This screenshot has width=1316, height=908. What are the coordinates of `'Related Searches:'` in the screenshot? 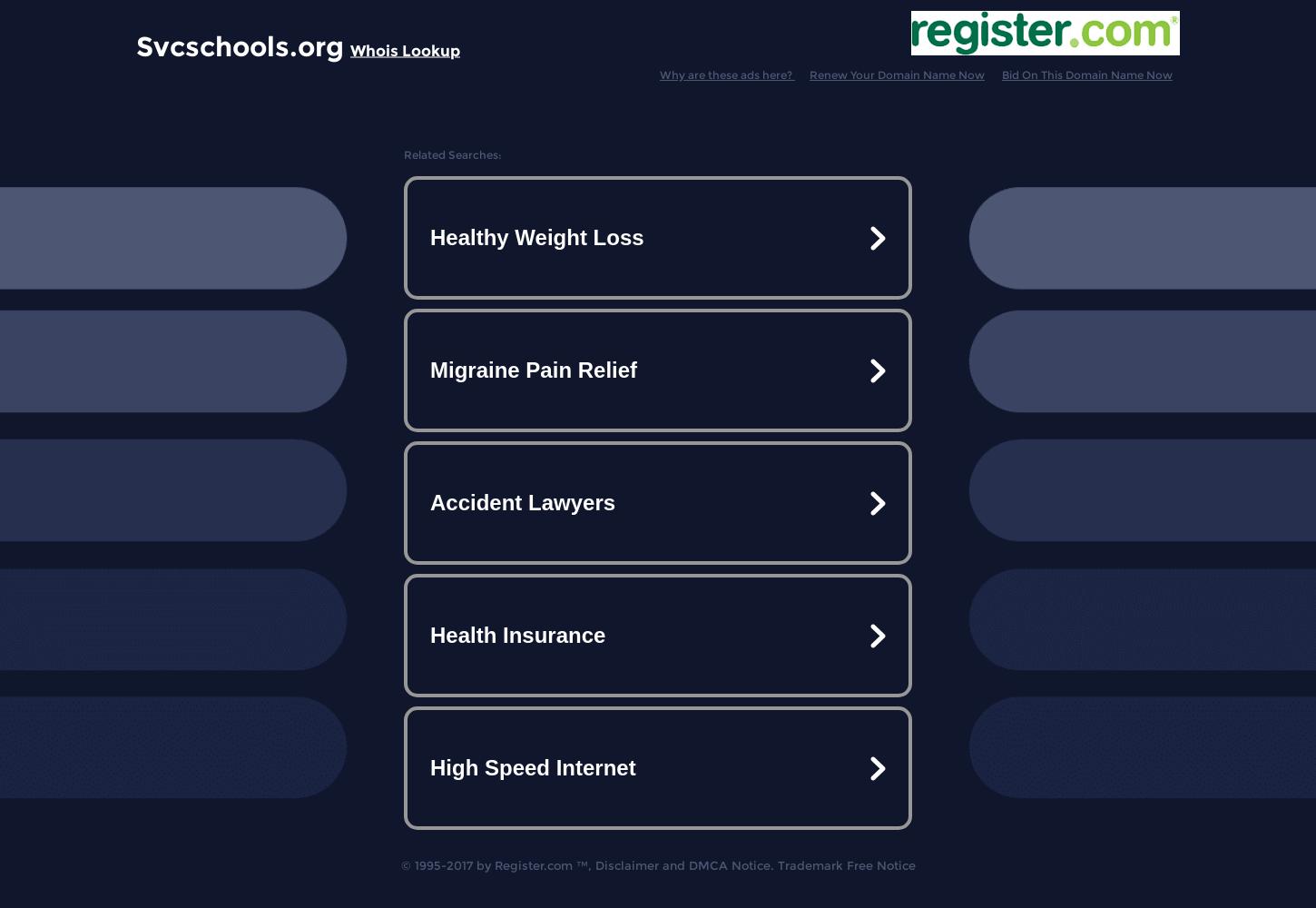 It's located at (403, 154).